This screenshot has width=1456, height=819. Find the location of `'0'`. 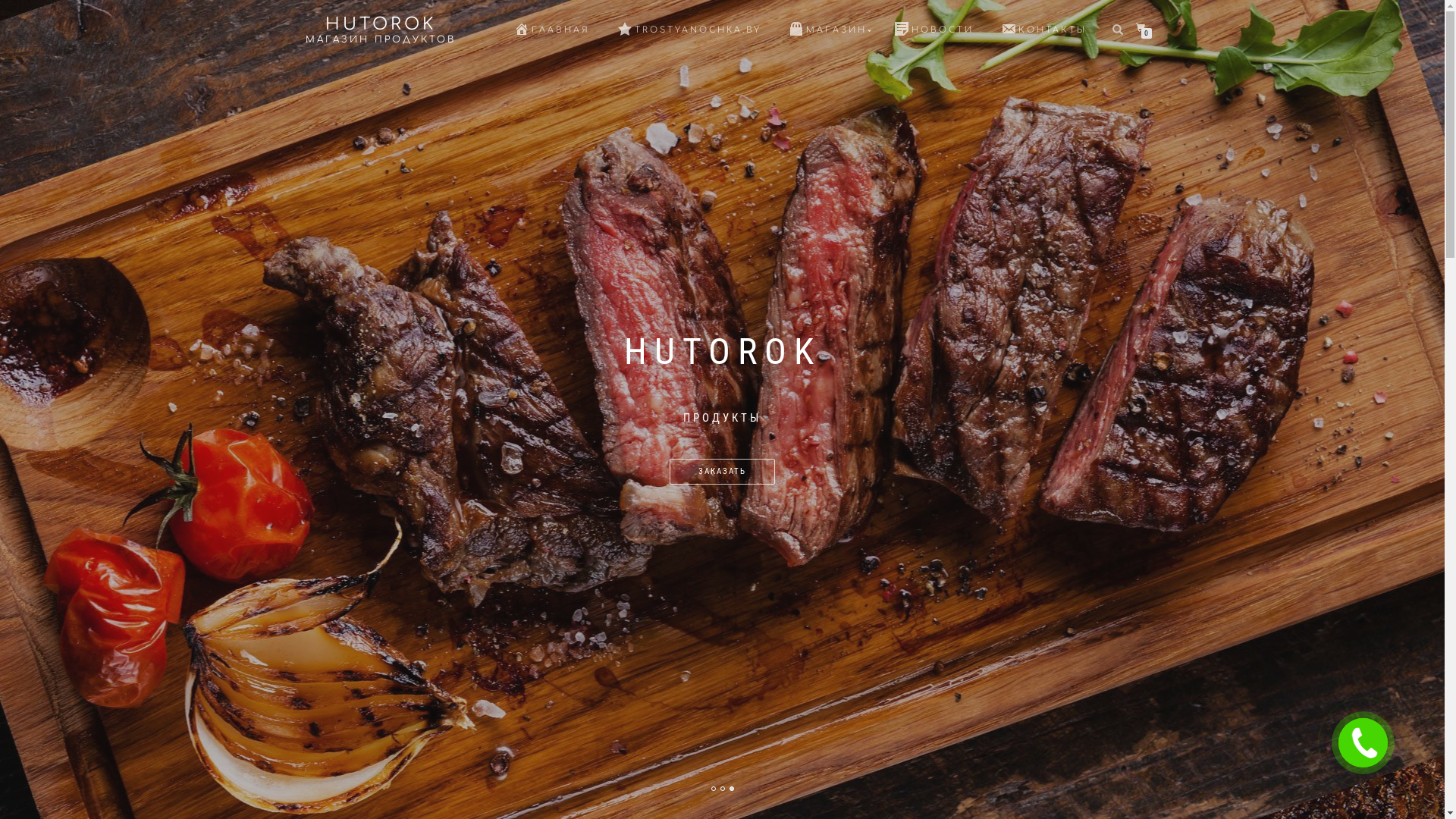

'0' is located at coordinates (1143, 27).